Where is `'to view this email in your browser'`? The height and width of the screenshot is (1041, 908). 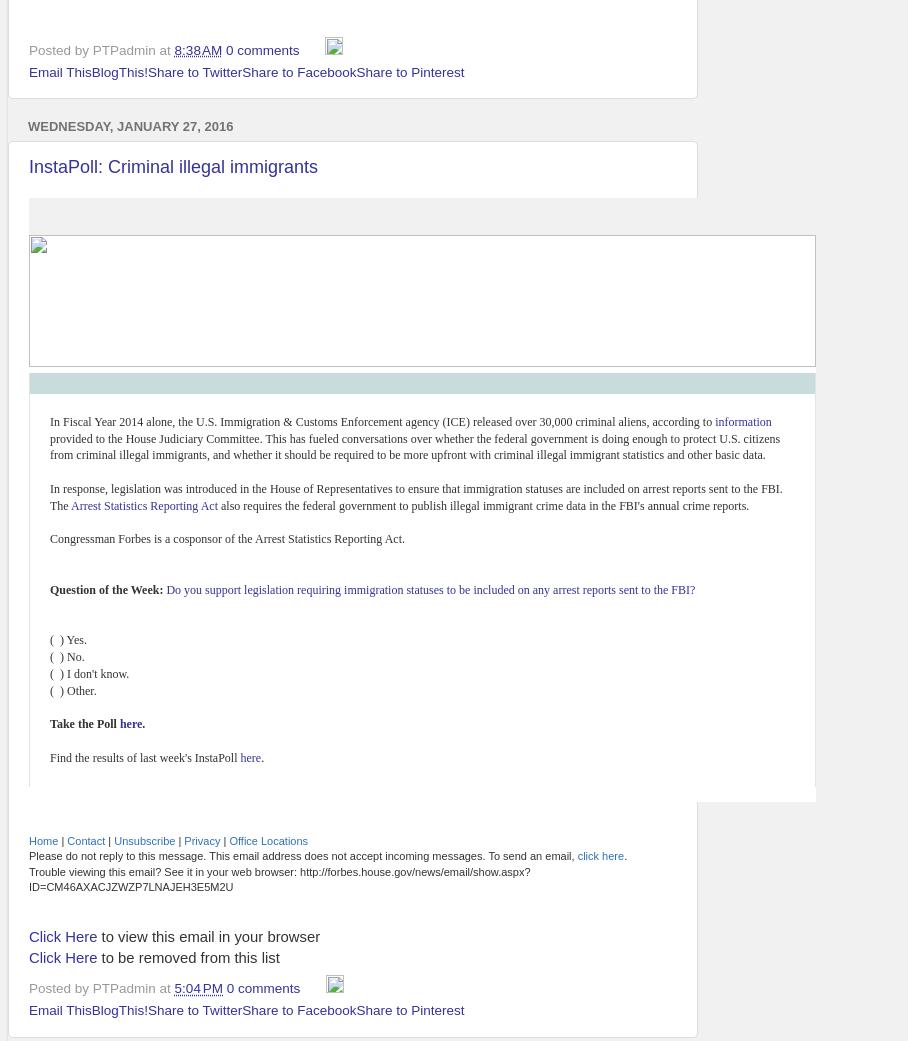
'to view this email in your browser' is located at coordinates (208, 936).